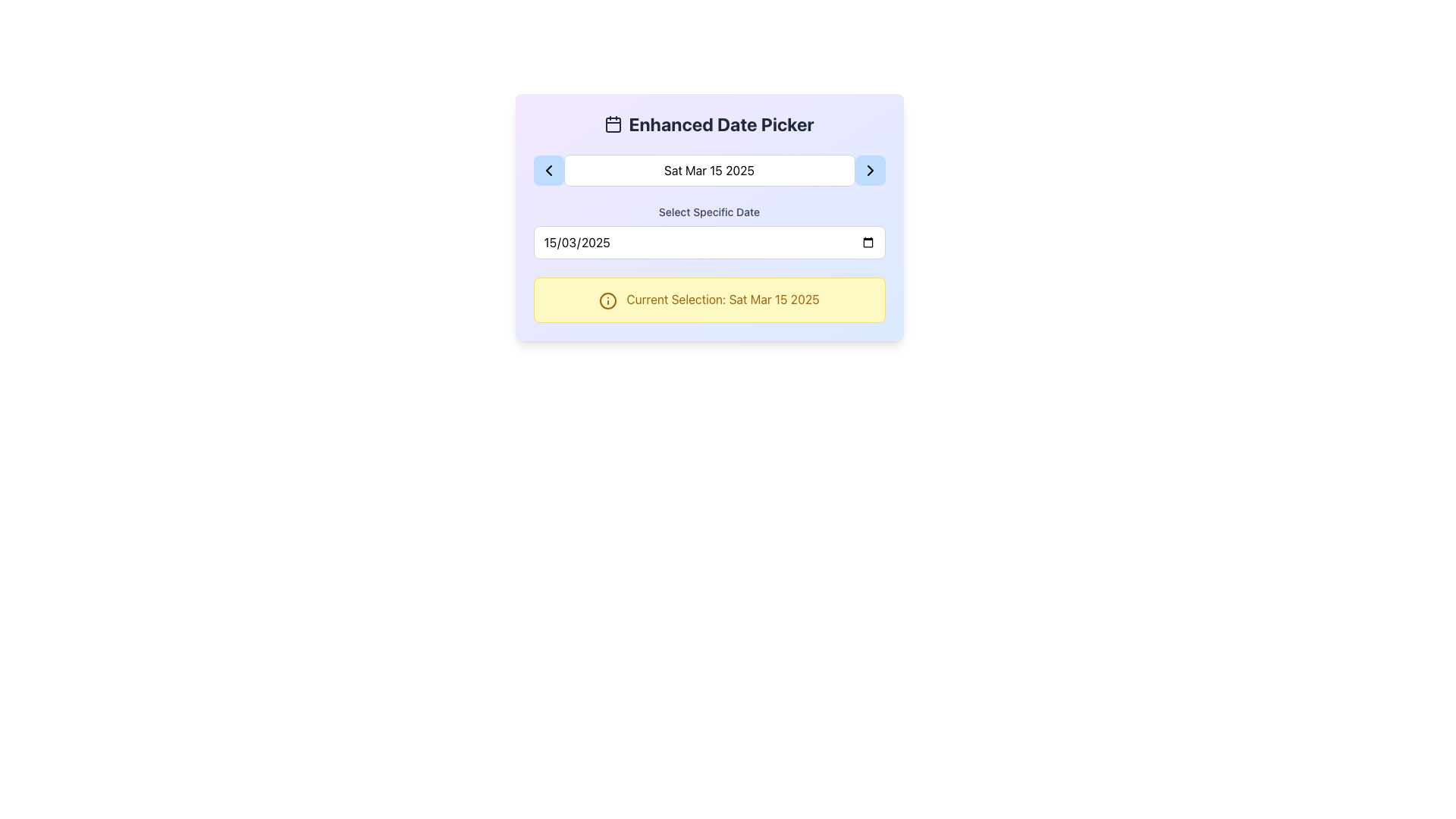 Image resolution: width=1456 pixels, height=819 pixels. What do you see at coordinates (613, 124) in the screenshot?
I see `the central rectangular component of the calendar icon, which is located beside the 'Enhanced Date Picker' label at the top-left area of the interface` at bounding box center [613, 124].